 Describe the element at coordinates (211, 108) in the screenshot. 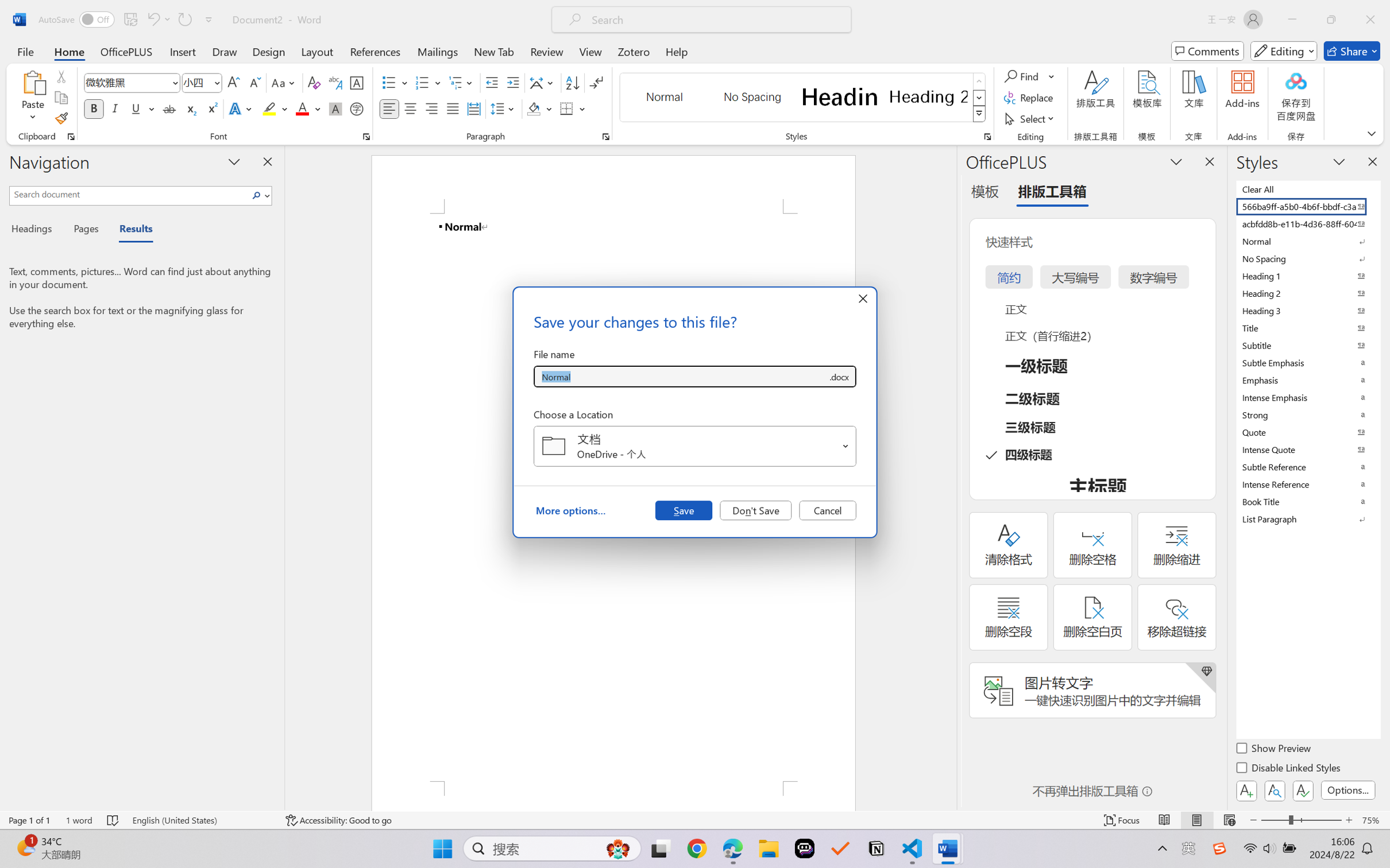

I see `'Superscript'` at that location.